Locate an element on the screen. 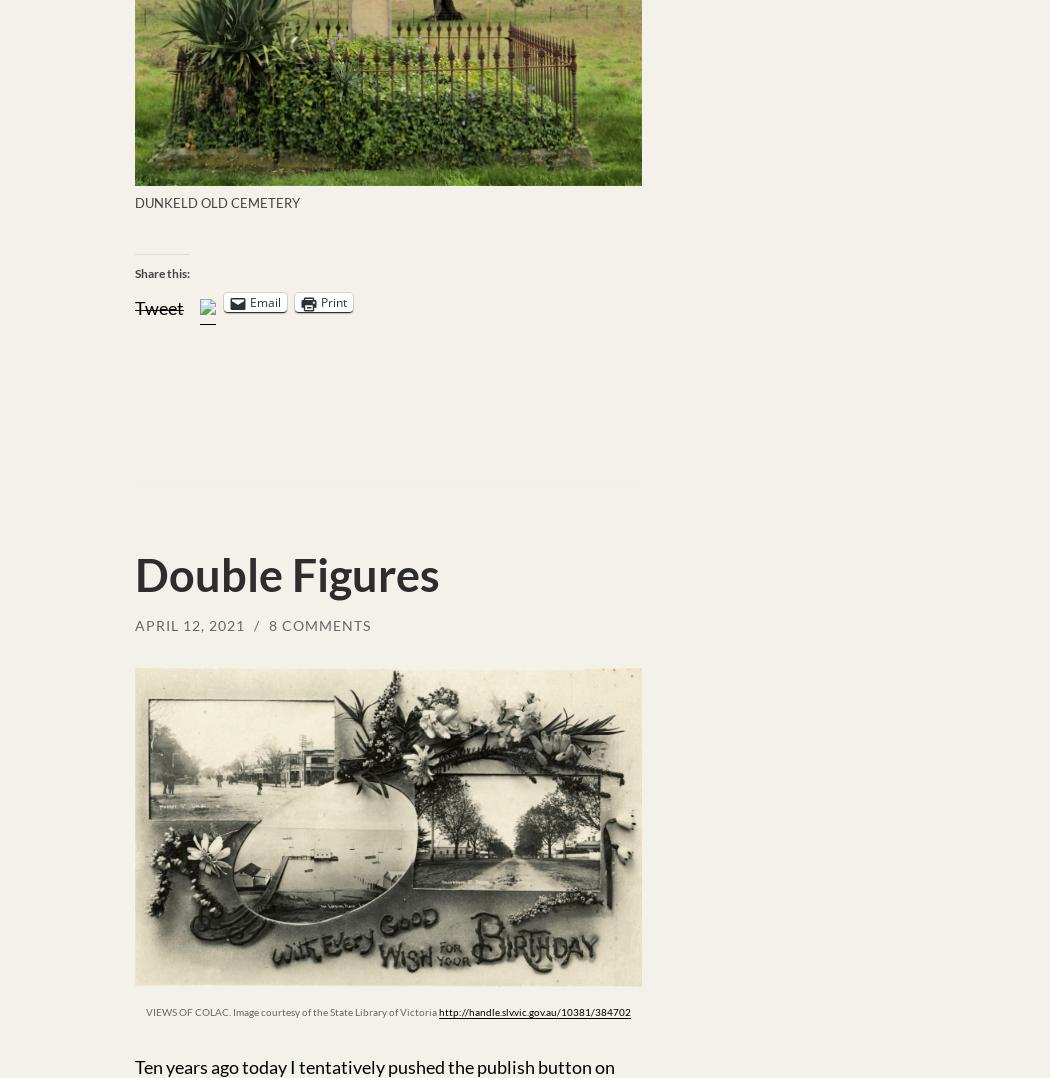 The image size is (1050, 1078). 'Print' is located at coordinates (334, 302).